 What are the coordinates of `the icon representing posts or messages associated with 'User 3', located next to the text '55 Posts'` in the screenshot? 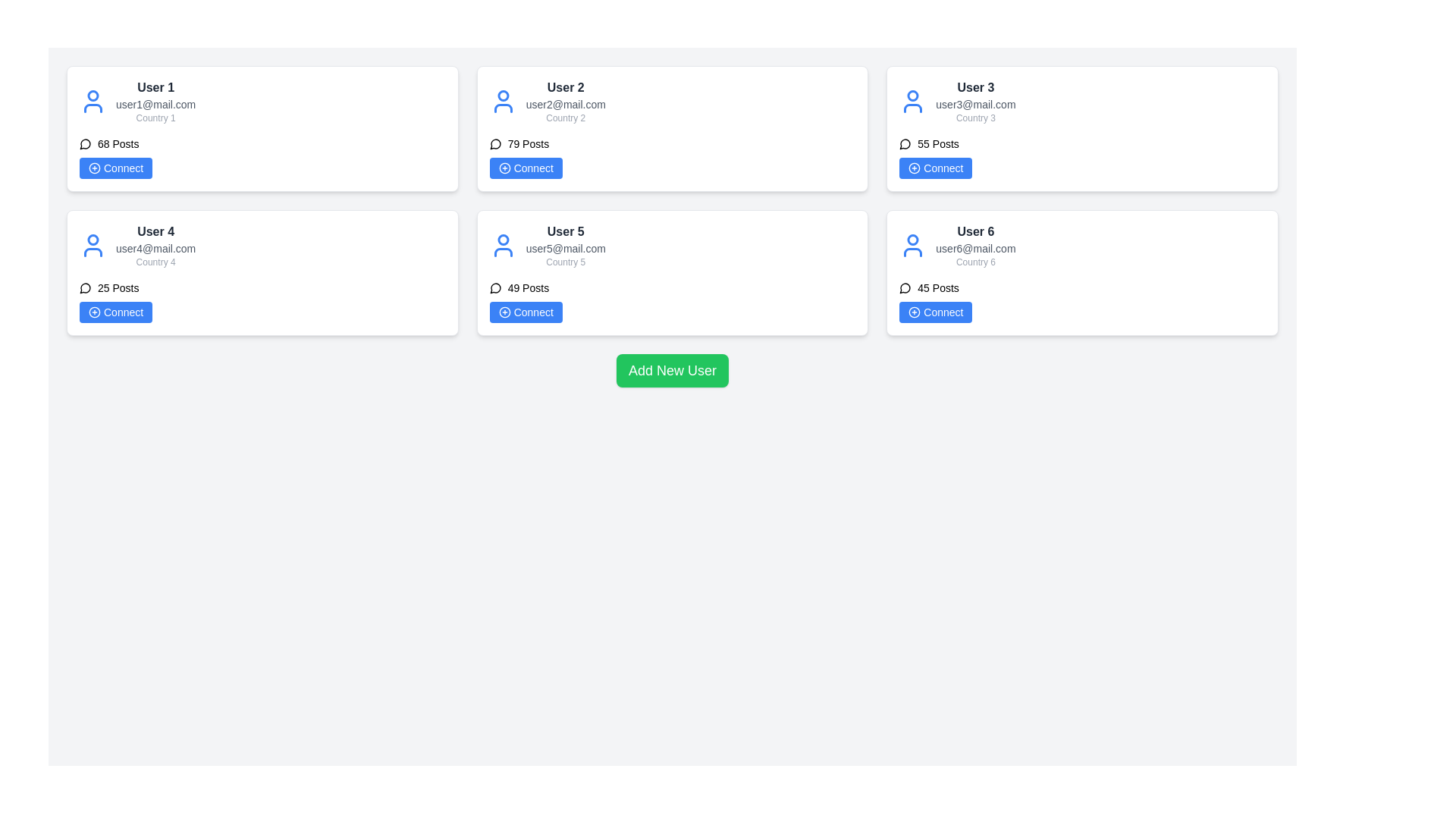 It's located at (905, 143).